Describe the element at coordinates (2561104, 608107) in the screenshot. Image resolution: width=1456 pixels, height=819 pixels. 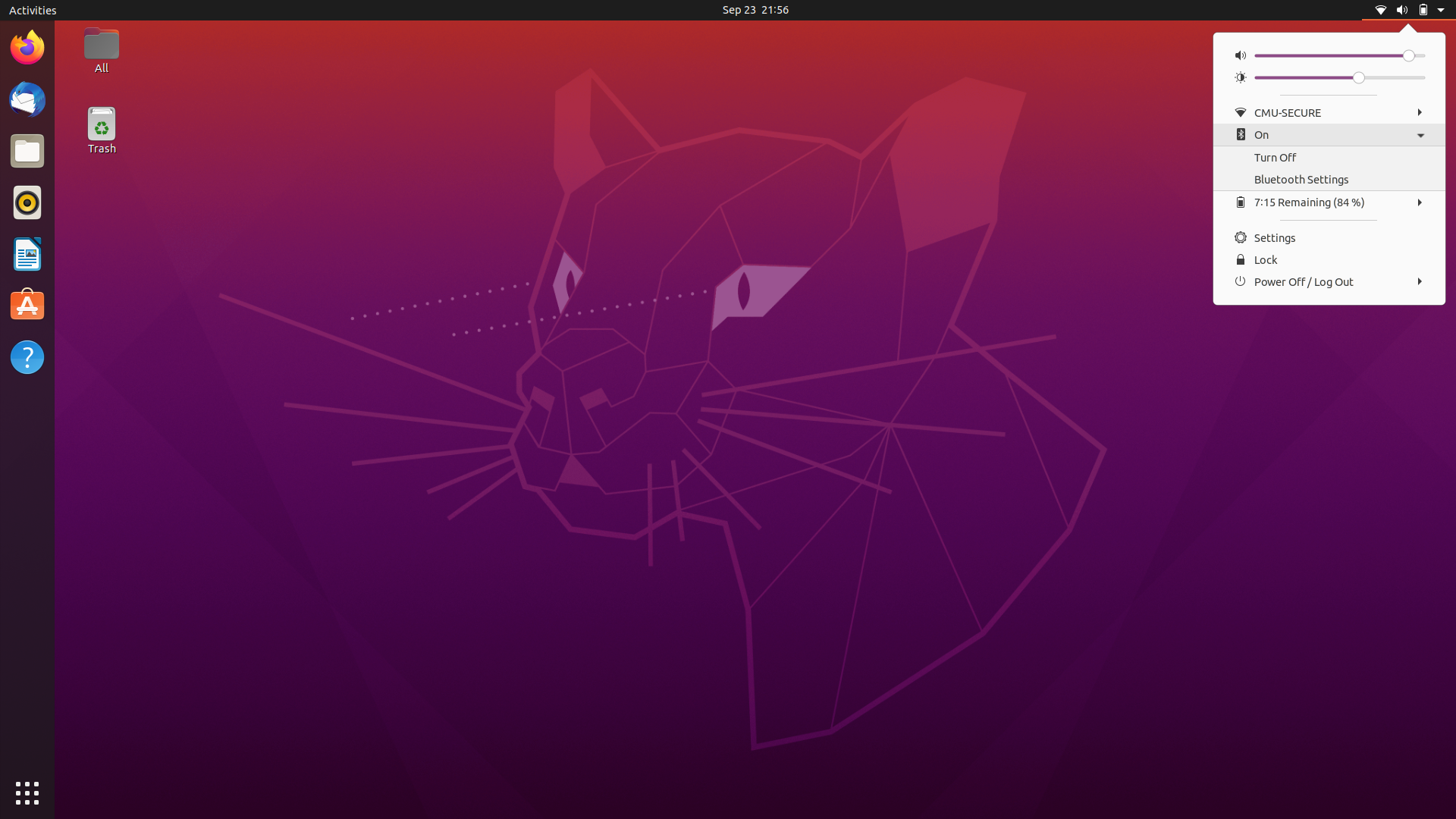
I see `Perform a right-click function on the desktop screen to open menu` at that location.